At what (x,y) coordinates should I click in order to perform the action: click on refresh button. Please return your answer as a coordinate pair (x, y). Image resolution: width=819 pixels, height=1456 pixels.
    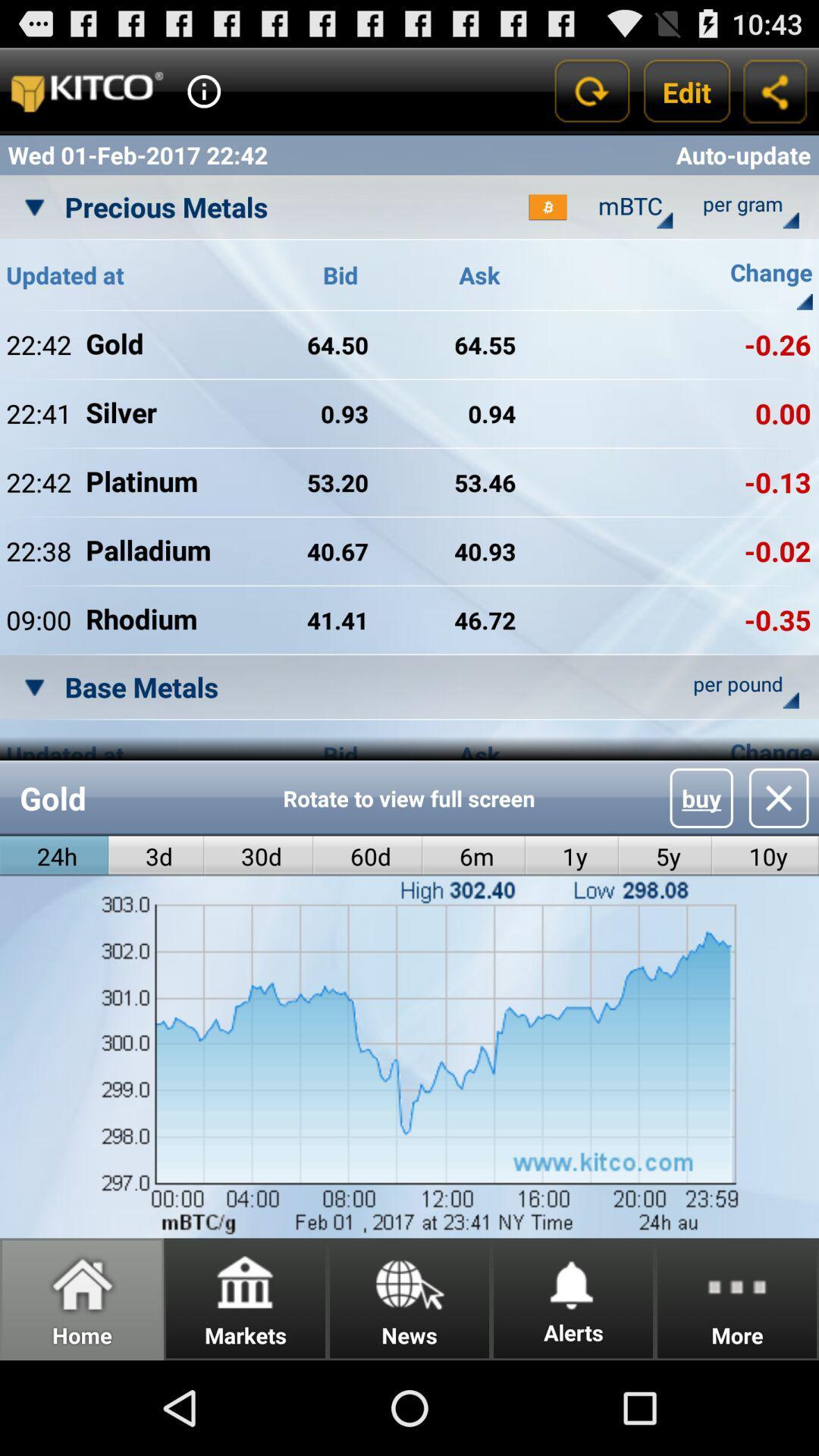
    Looking at the image, I should click on (590, 90).